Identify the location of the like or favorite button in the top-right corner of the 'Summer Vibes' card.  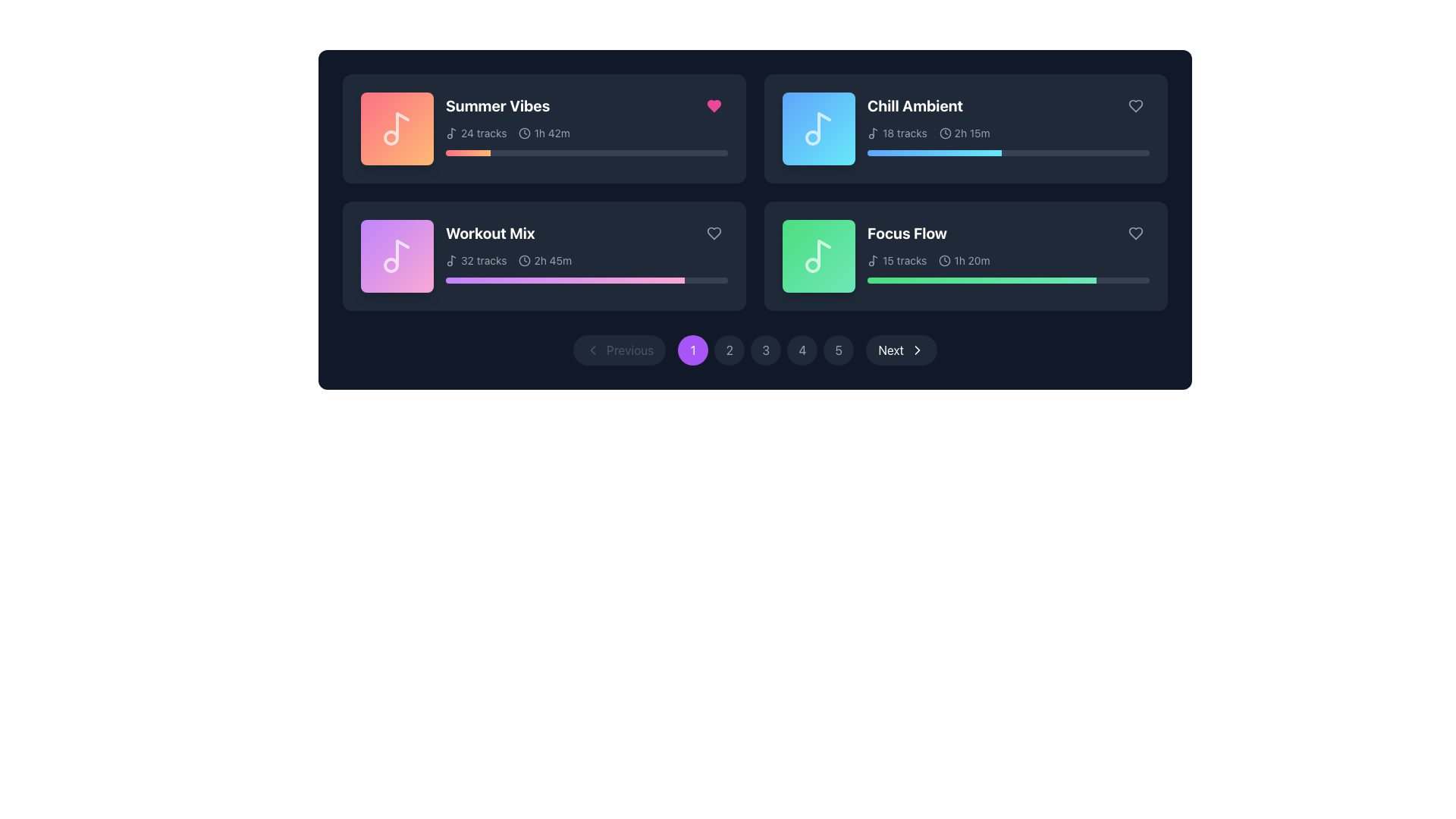
(713, 105).